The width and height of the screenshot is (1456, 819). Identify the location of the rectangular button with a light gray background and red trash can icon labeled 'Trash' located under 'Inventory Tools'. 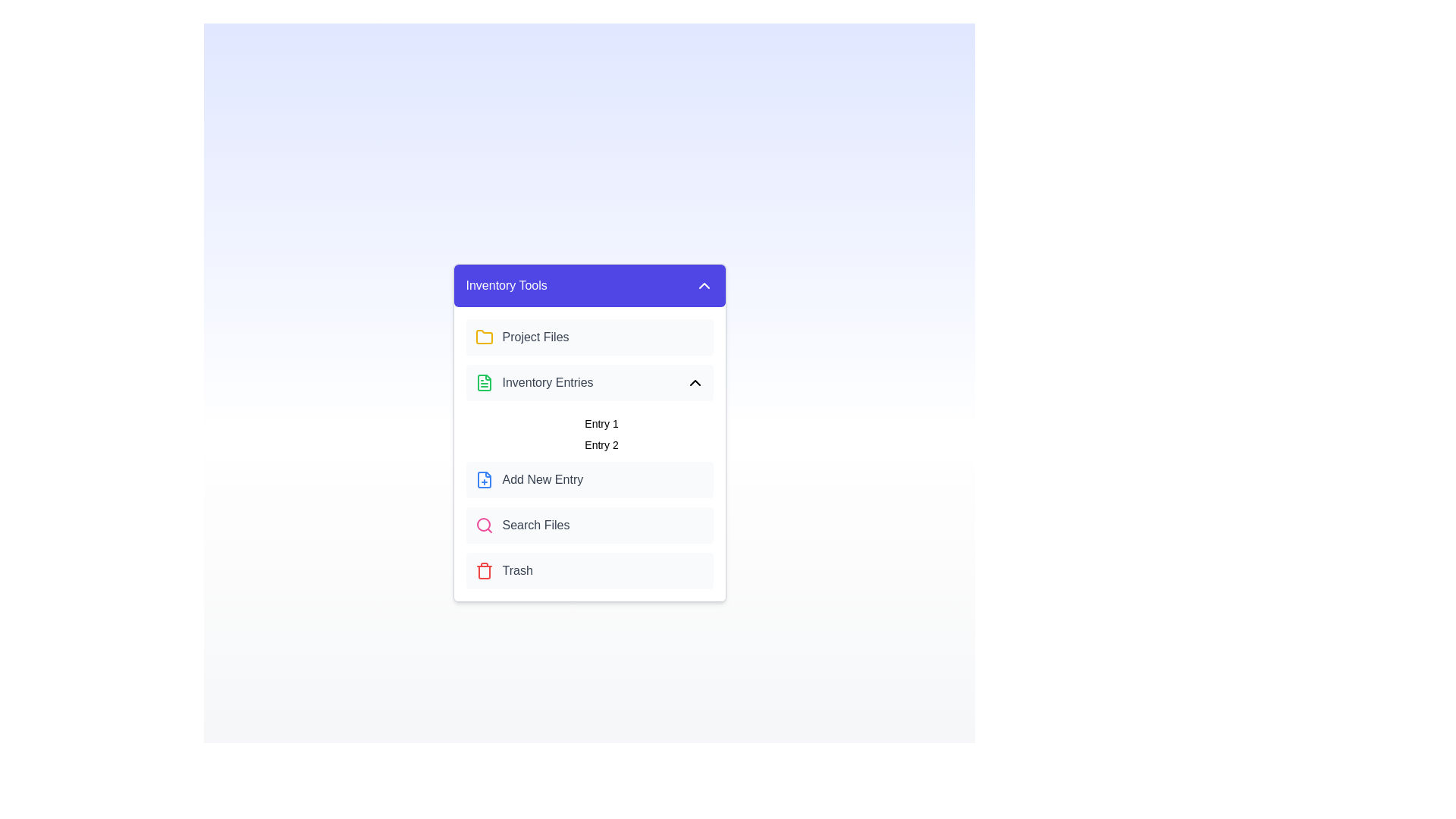
(588, 570).